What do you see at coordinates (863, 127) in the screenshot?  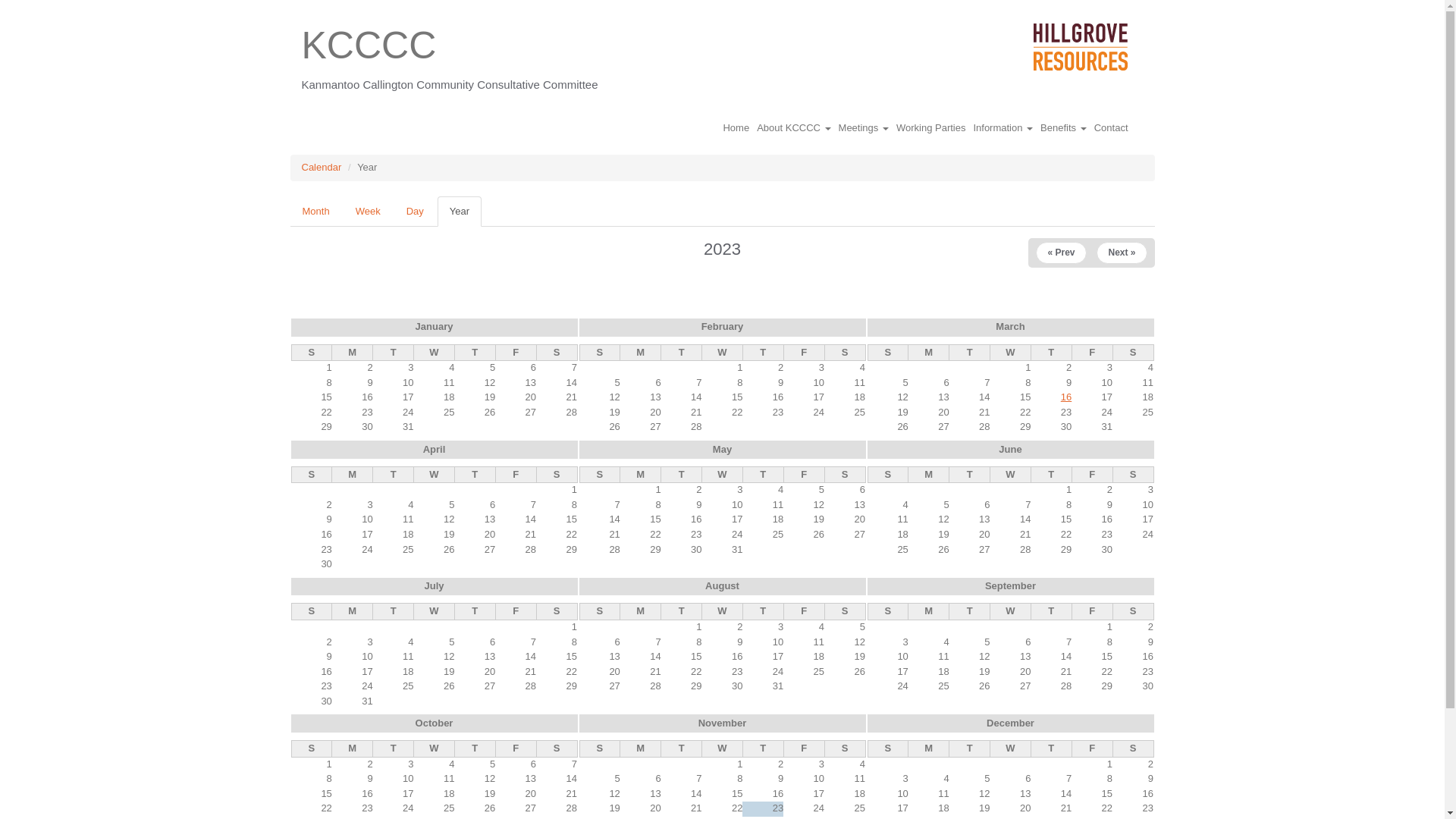 I see `'Meetings'` at bounding box center [863, 127].